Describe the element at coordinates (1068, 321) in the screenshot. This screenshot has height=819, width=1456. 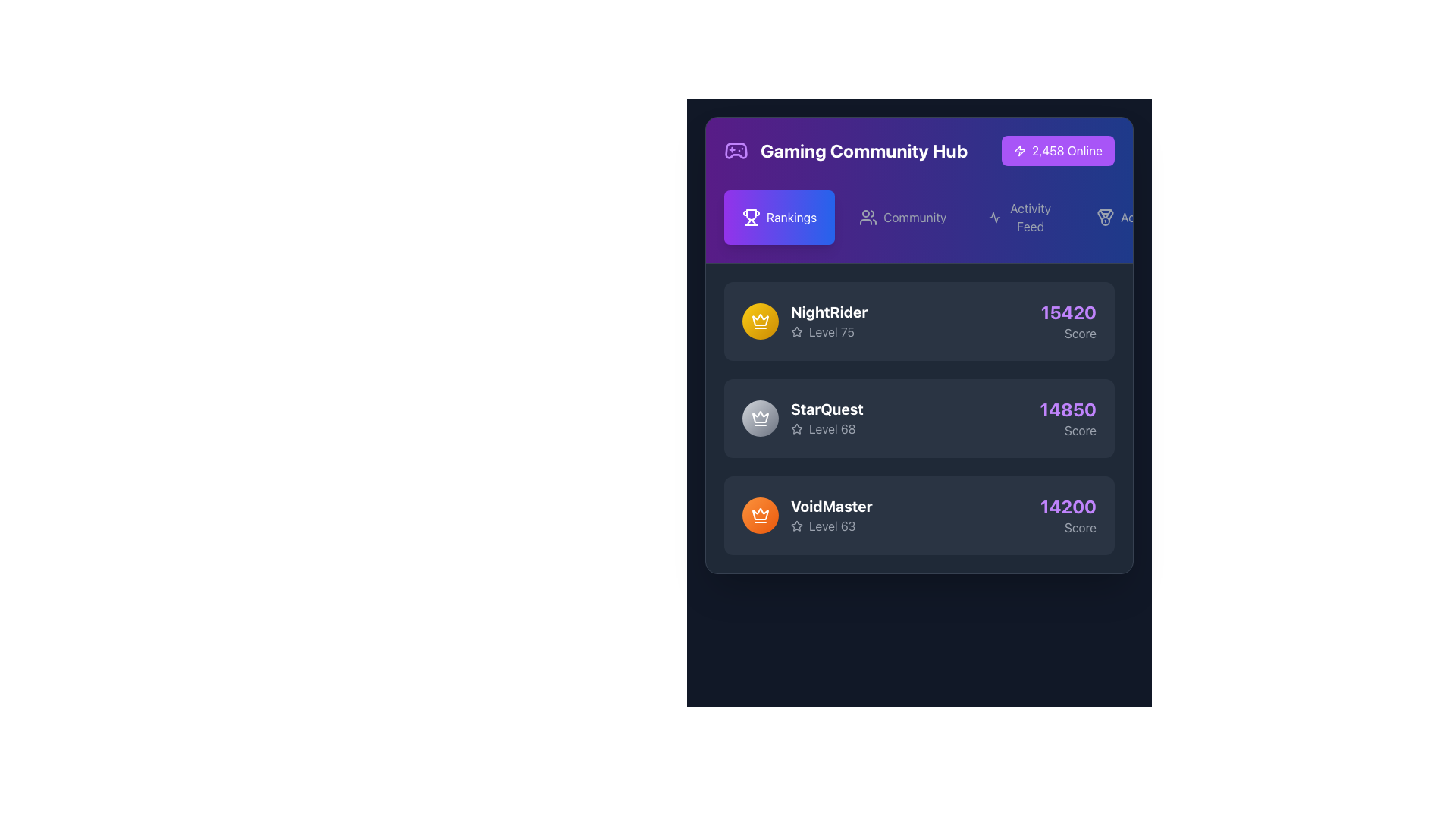
I see `the Text display showing the score '15420' and the word 'Score', located on the right side of the NightRider row in the leaderboard section` at that location.